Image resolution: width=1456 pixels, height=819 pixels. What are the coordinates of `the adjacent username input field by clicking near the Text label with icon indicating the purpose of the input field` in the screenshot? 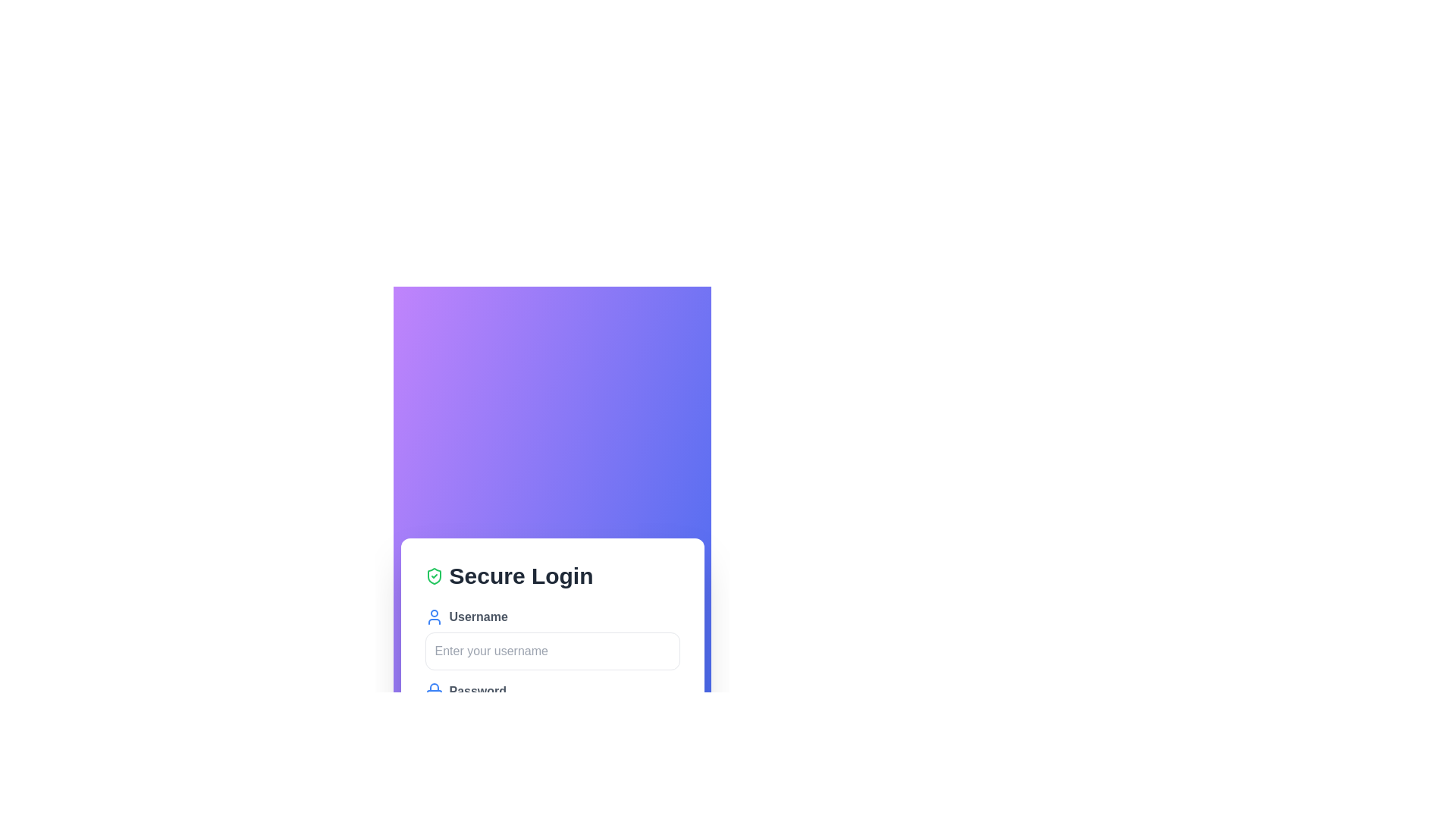 It's located at (551, 617).